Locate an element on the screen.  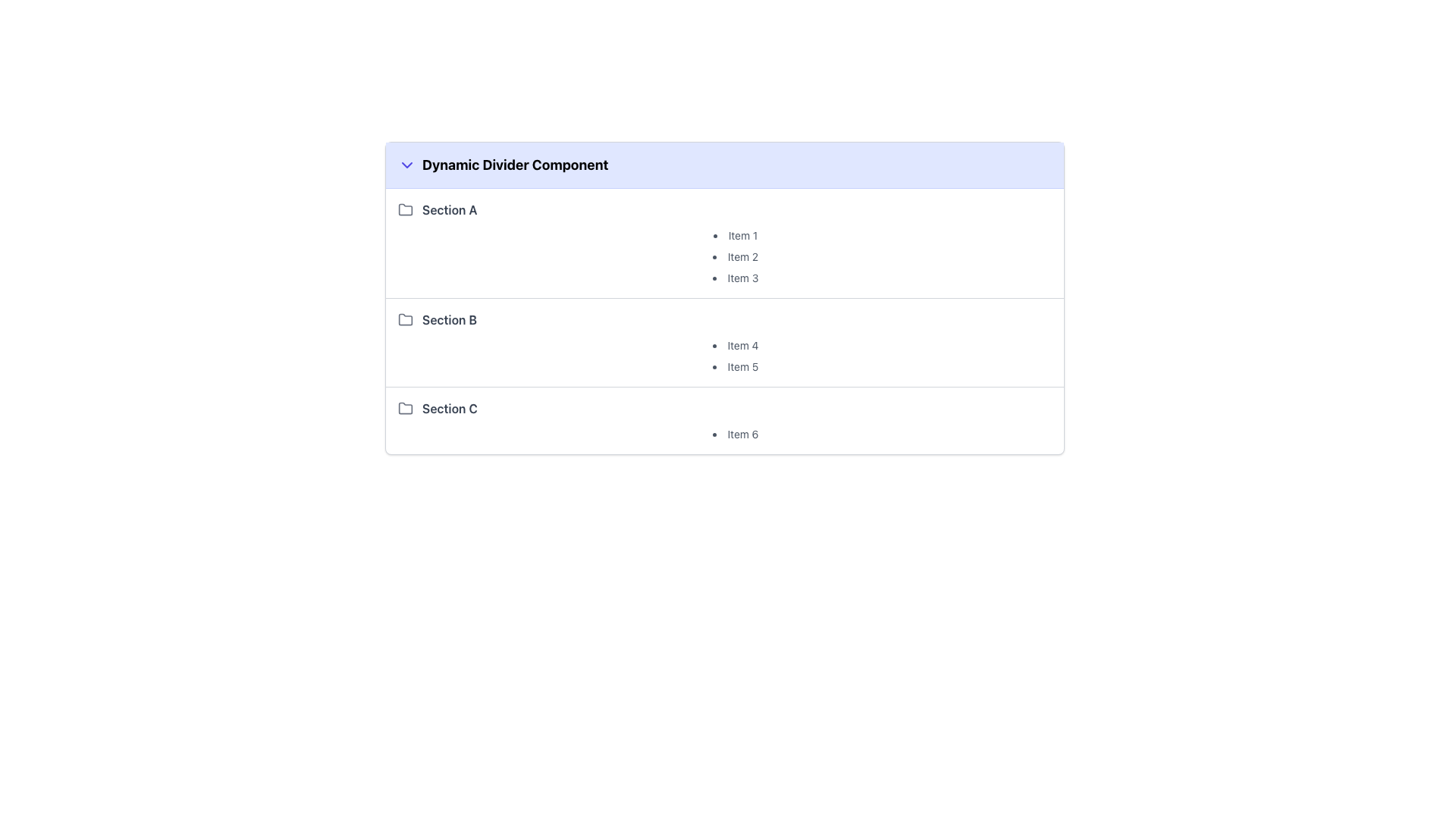
the folder icon next to the label 'Section B' in the second row of the 'Dynamic Divider Component' is located at coordinates (405, 318).